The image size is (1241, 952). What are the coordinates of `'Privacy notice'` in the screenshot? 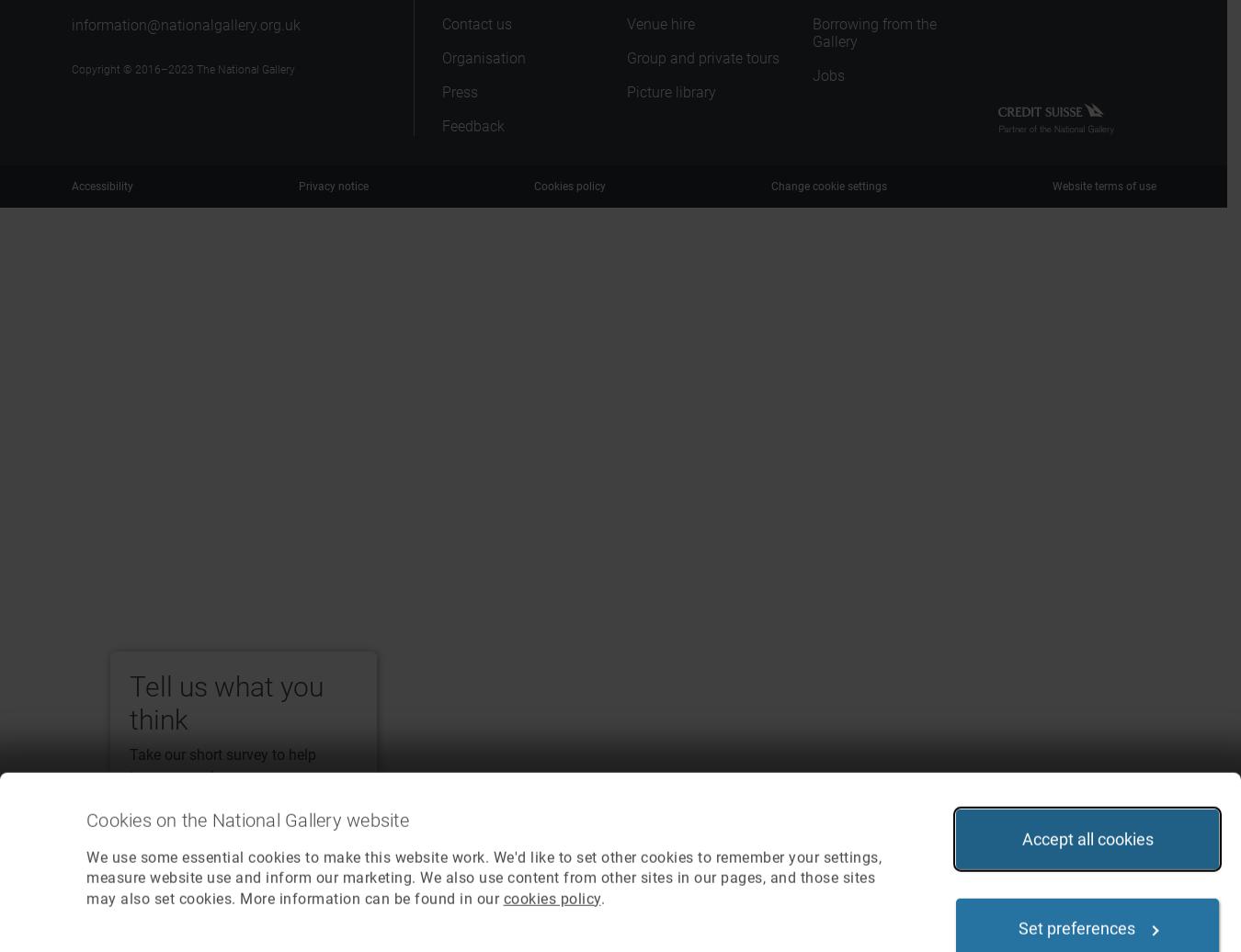 It's located at (297, 186).